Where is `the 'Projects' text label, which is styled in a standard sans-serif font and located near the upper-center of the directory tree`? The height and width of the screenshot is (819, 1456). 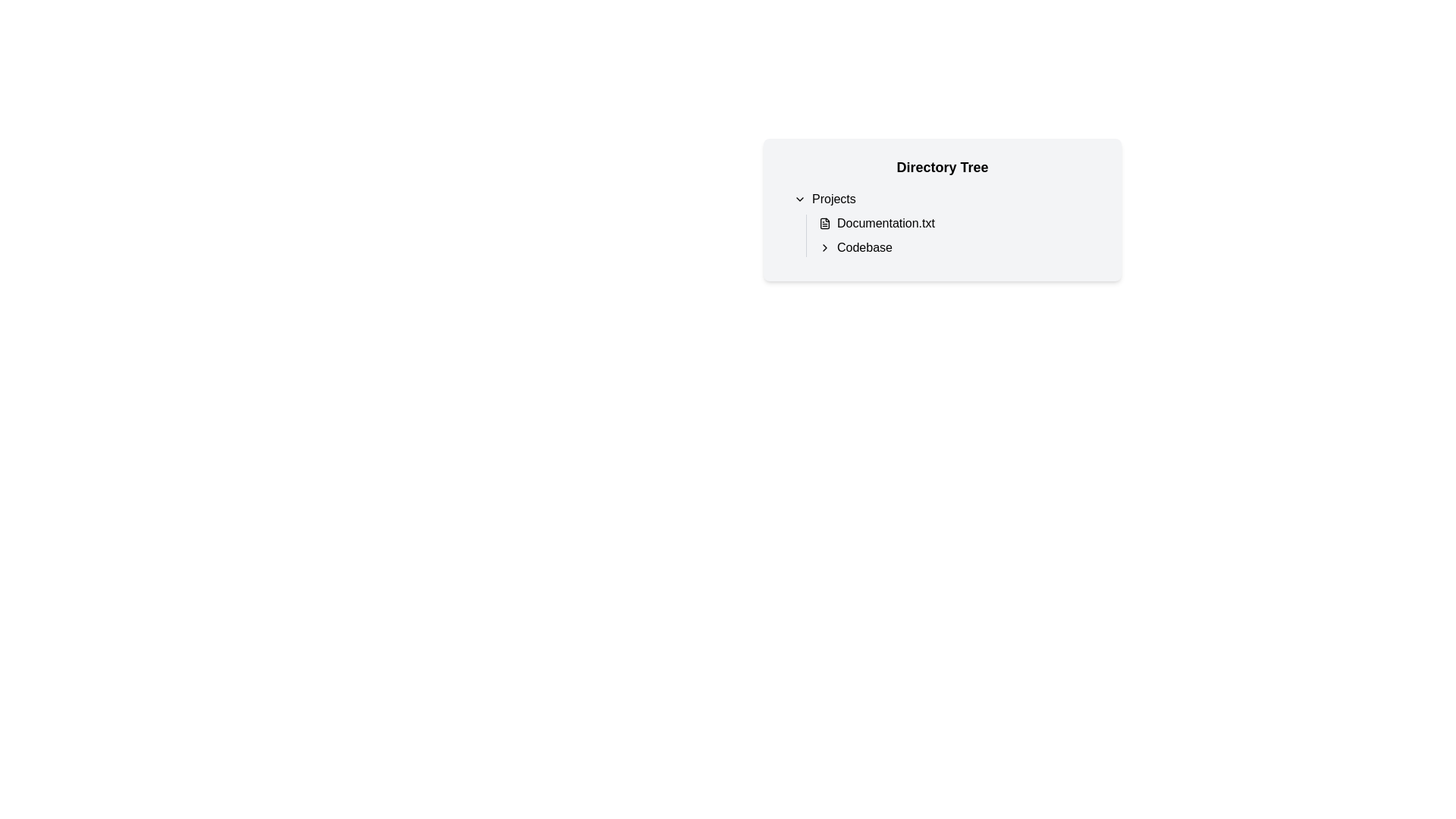 the 'Projects' text label, which is styled in a standard sans-serif font and located near the upper-center of the directory tree is located at coordinates (833, 198).